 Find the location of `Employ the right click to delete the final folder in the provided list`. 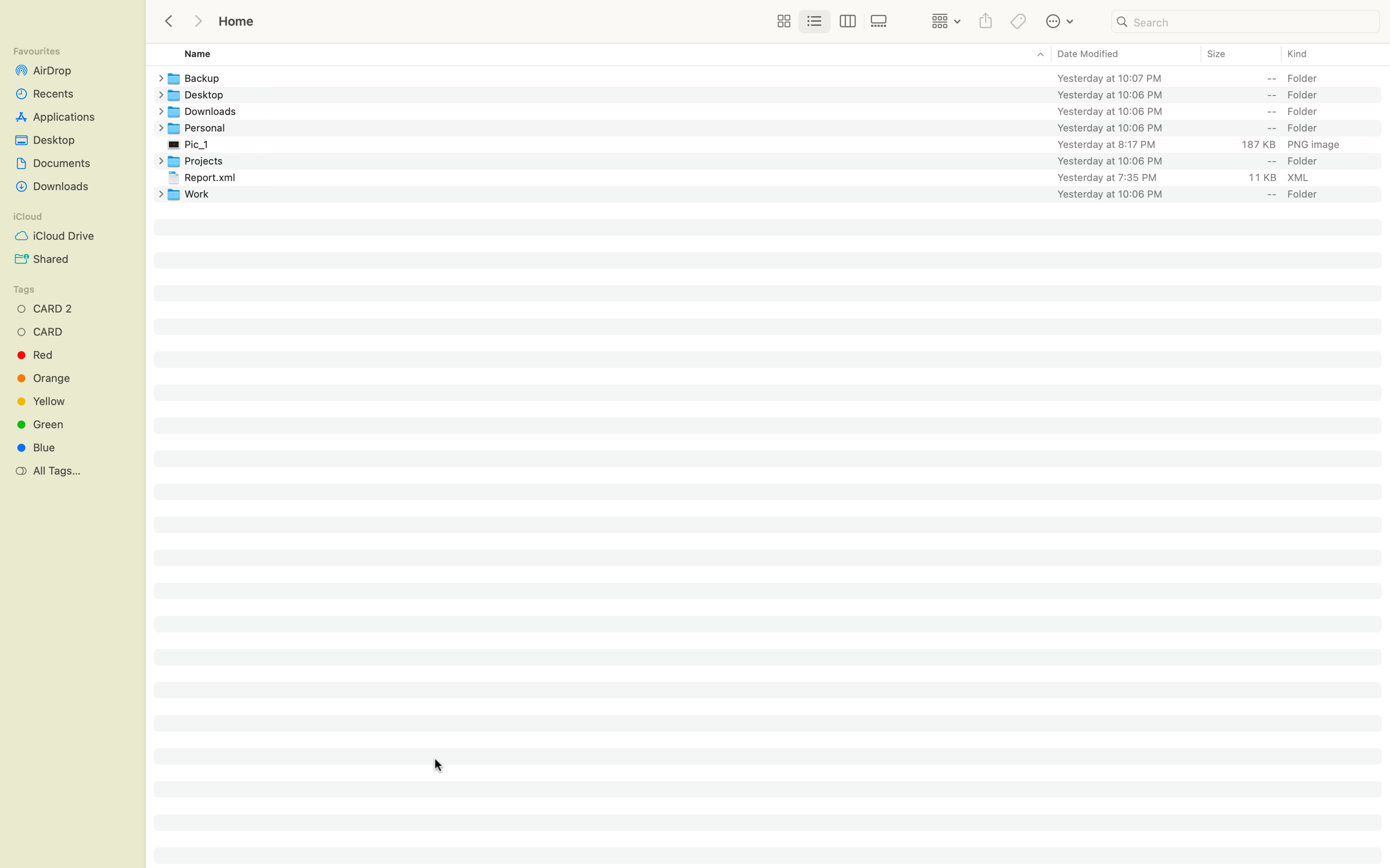

Employ the right click to delete the final folder in the provided list is located at coordinates (777, 193).